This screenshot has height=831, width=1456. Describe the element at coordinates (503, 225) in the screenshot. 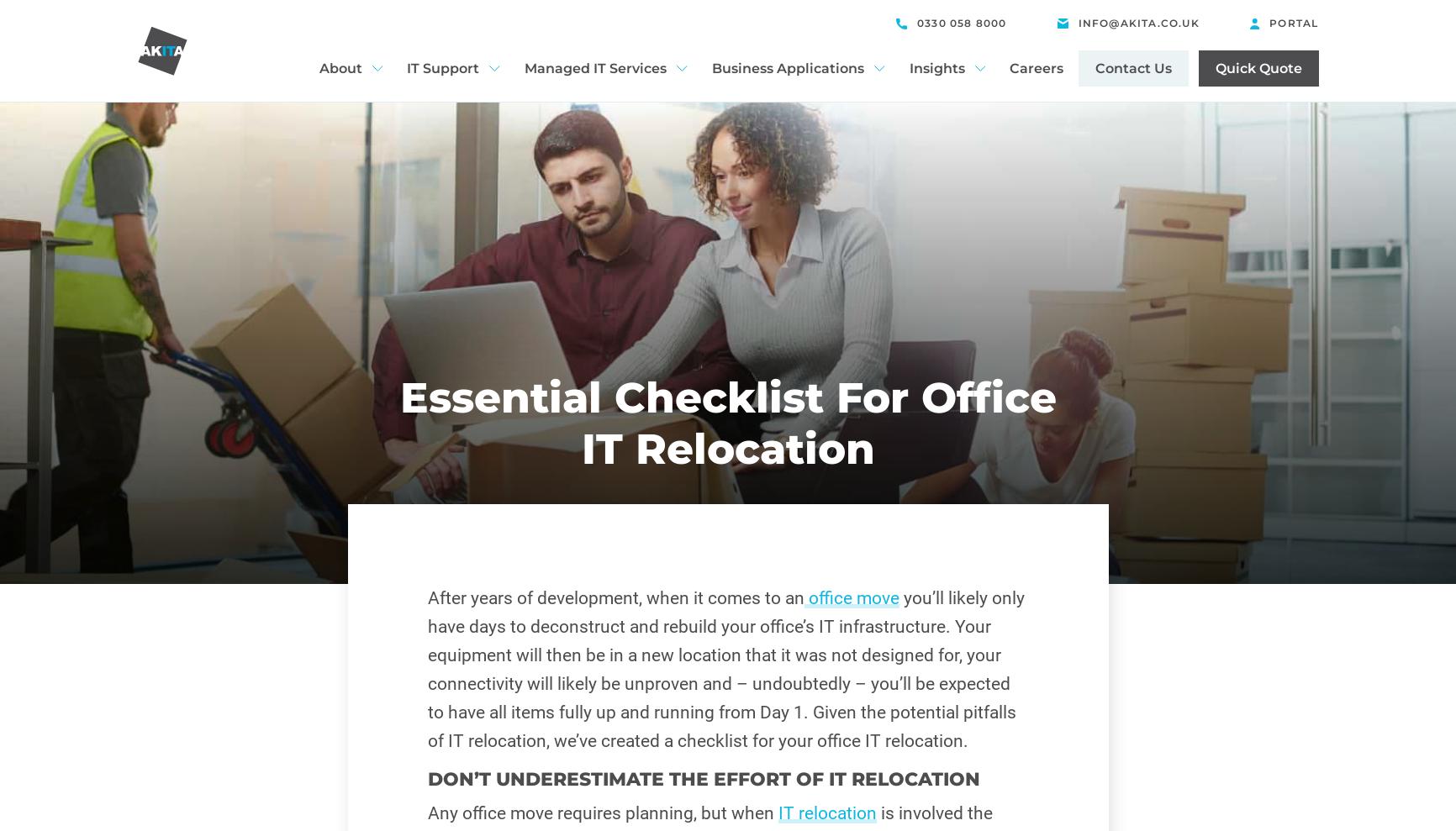

I see `'Cloud & Hosted Services'` at that location.